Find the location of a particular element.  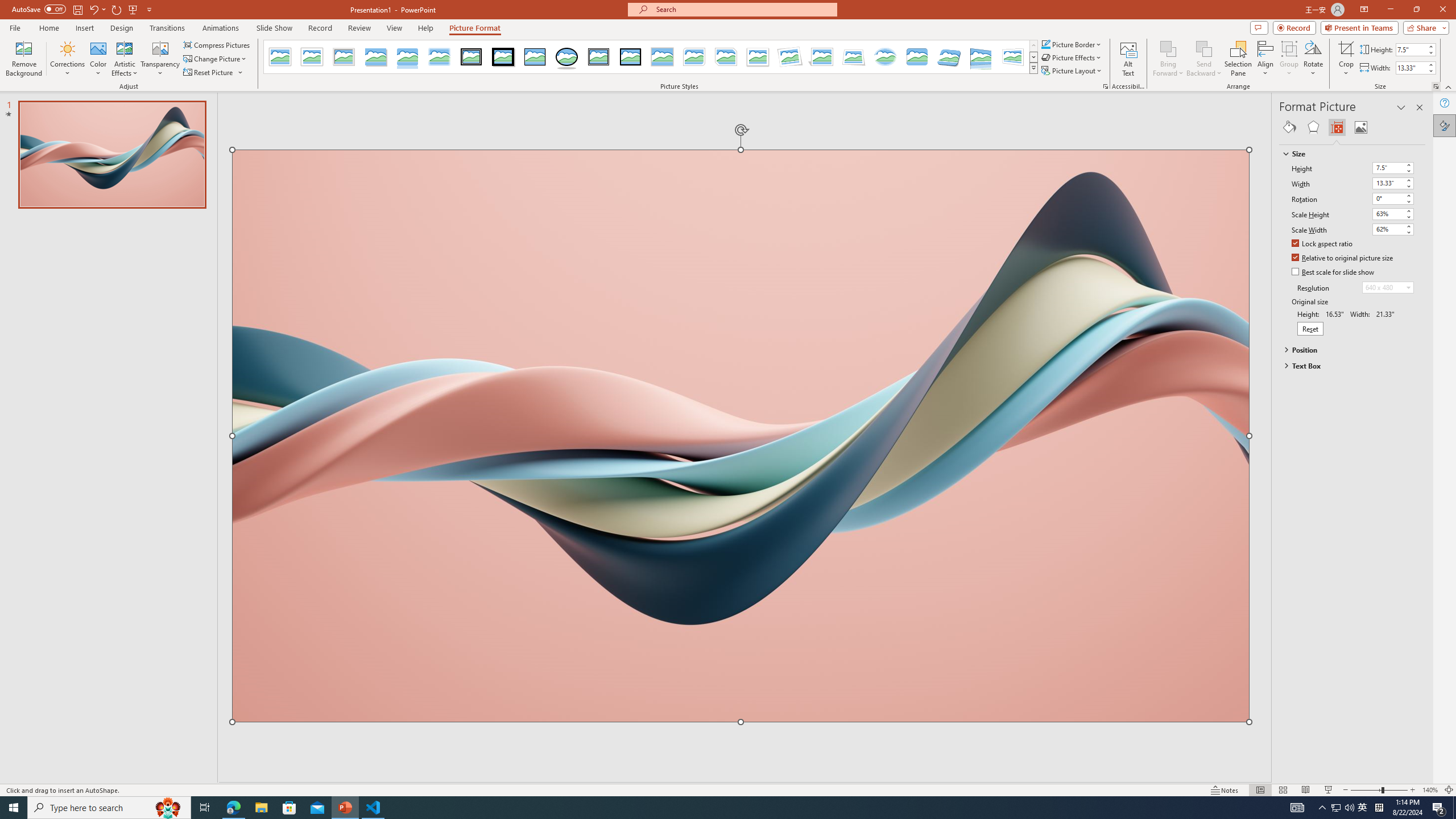

'Size' is located at coordinates (1347, 153).